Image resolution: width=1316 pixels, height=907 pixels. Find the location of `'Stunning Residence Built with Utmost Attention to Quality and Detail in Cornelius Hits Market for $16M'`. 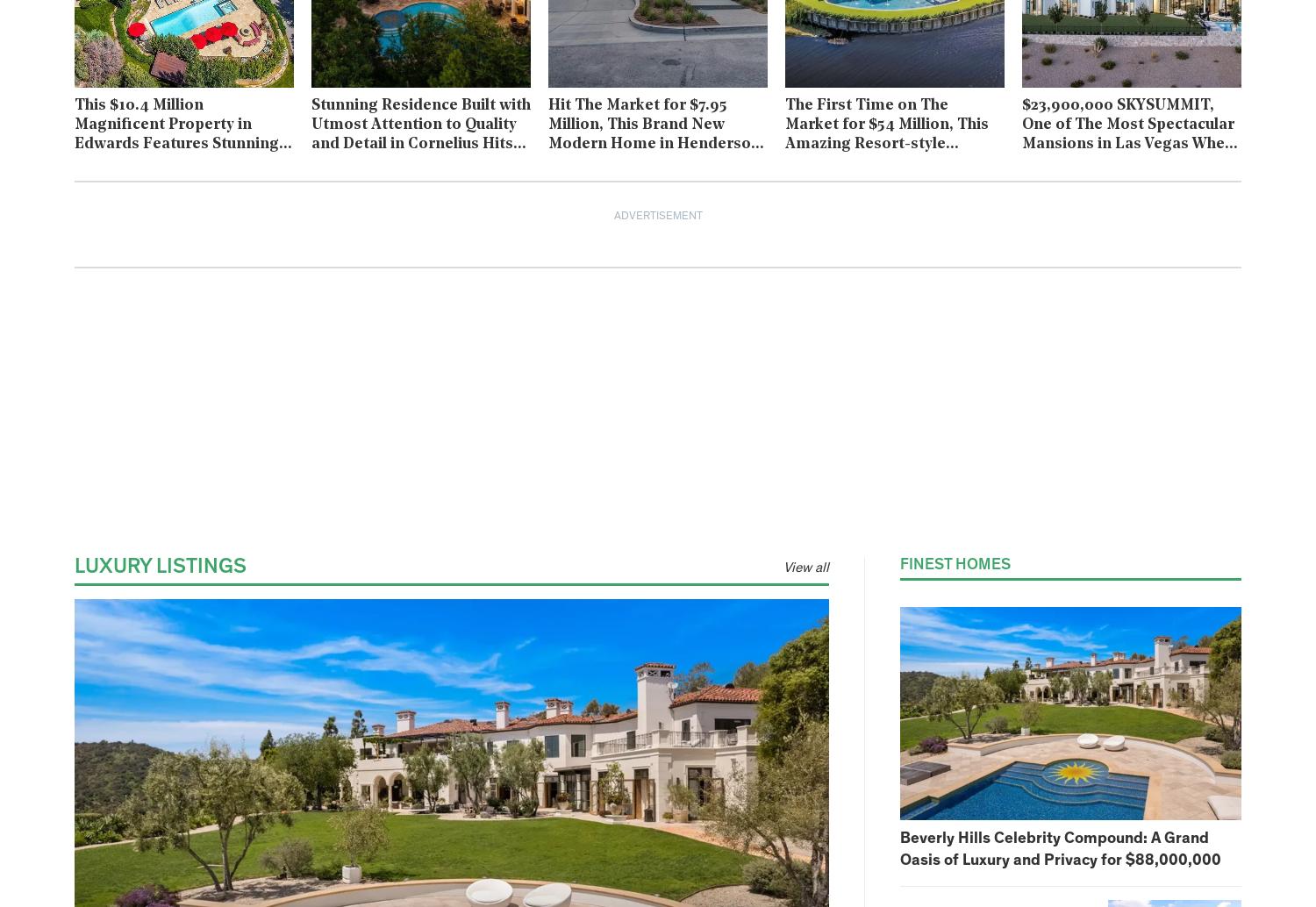

'Stunning Residence Built with Utmost Attention to Quality and Detail in Cornelius Hits Market for $16M' is located at coordinates (420, 134).